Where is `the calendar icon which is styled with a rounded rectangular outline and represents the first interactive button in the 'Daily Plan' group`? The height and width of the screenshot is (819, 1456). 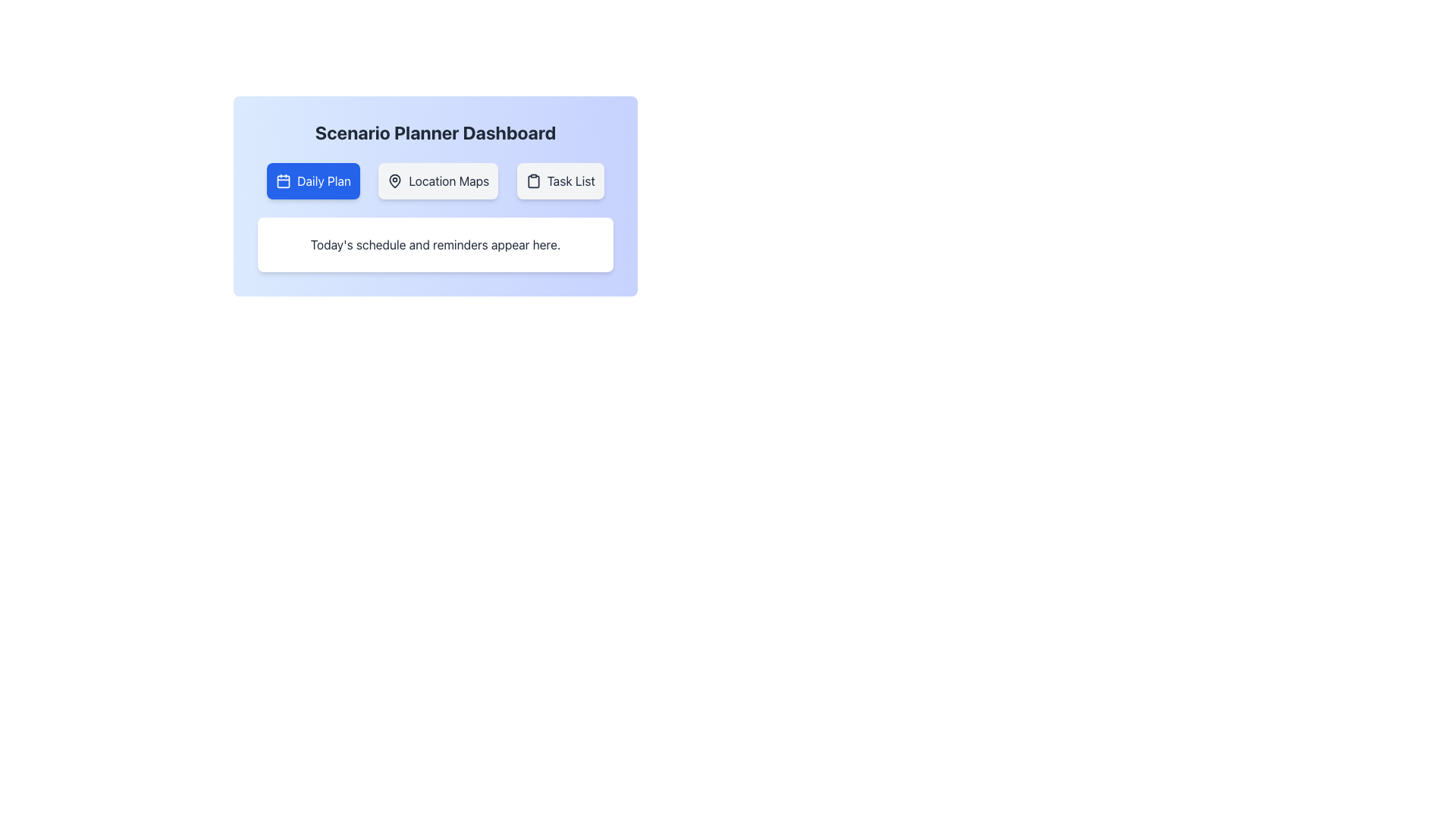 the calendar icon which is styled with a rounded rectangular outline and represents the first interactive button in the 'Daily Plan' group is located at coordinates (284, 180).